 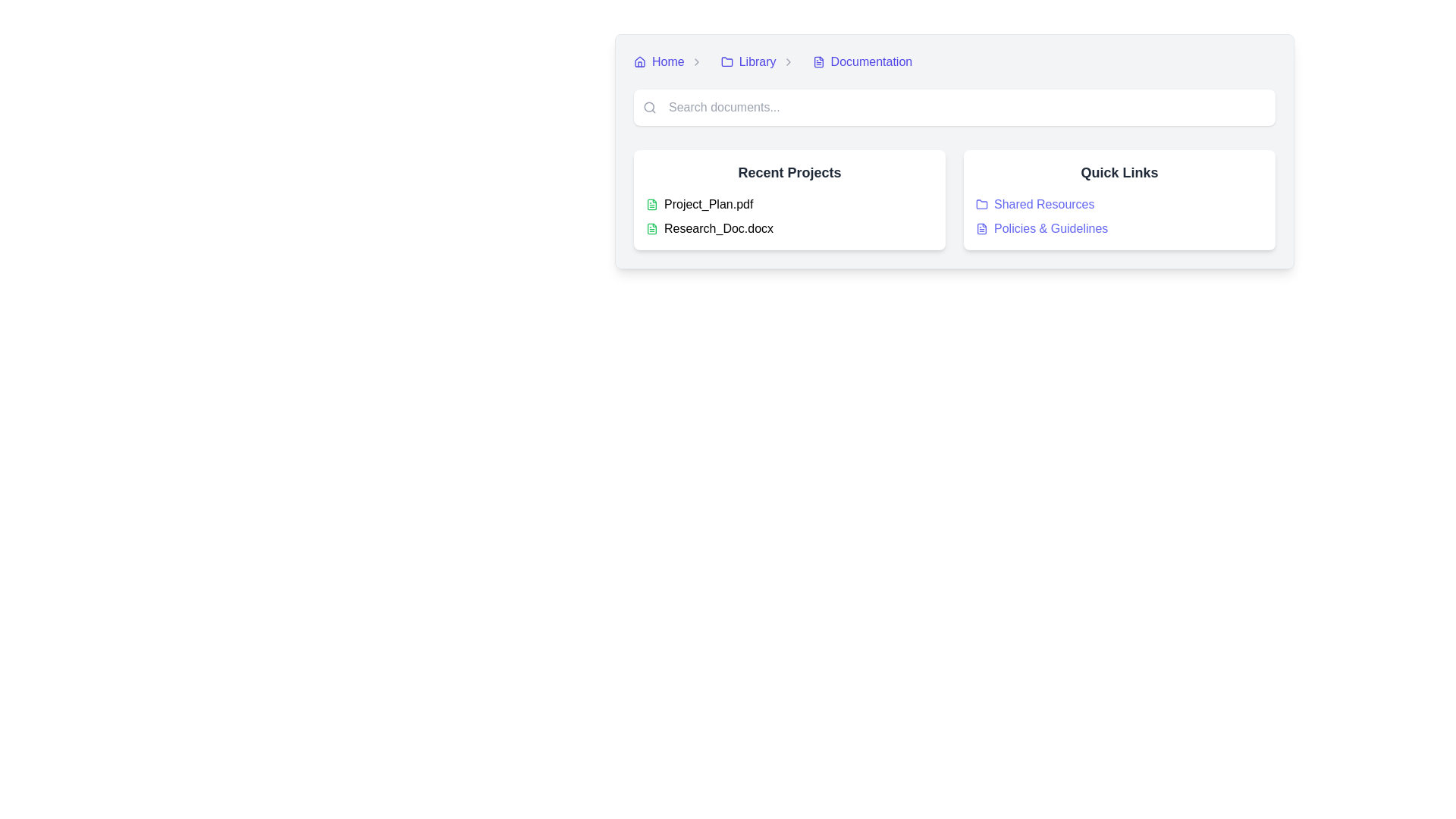 I want to click on the first list item representing the file 'Project_Plan.pdf' in the 'Recent Projects' section of the card interface, so click(x=789, y=205).